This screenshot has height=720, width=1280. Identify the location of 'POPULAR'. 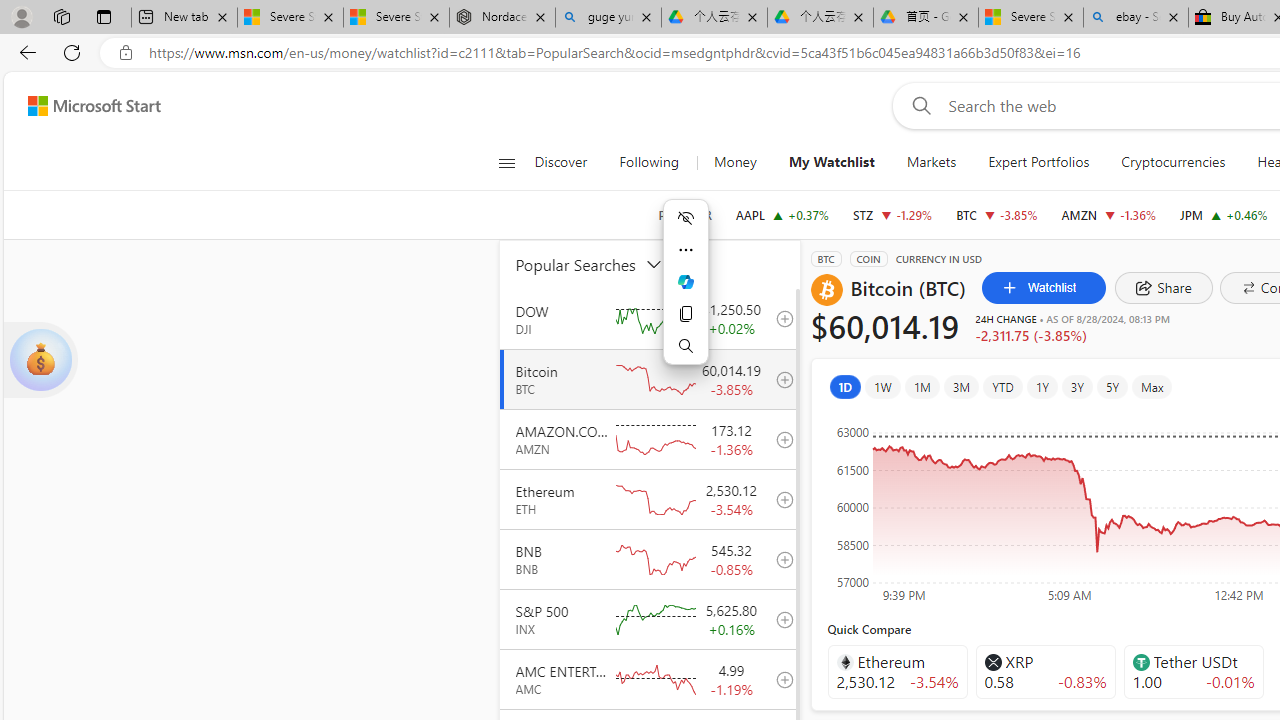
(684, 215).